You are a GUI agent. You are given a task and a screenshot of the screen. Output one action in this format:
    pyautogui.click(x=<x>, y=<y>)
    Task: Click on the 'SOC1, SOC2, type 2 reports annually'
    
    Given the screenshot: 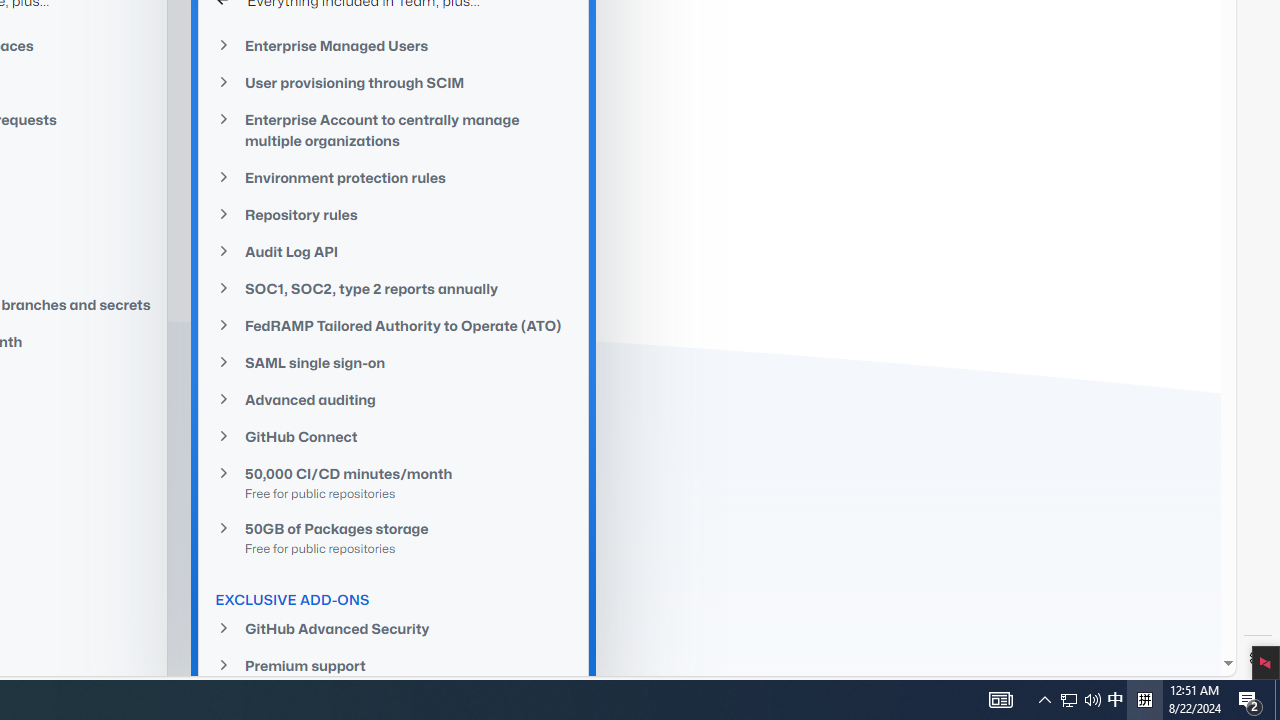 What is the action you would take?
    pyautogui.click(x=394, y=289)
    